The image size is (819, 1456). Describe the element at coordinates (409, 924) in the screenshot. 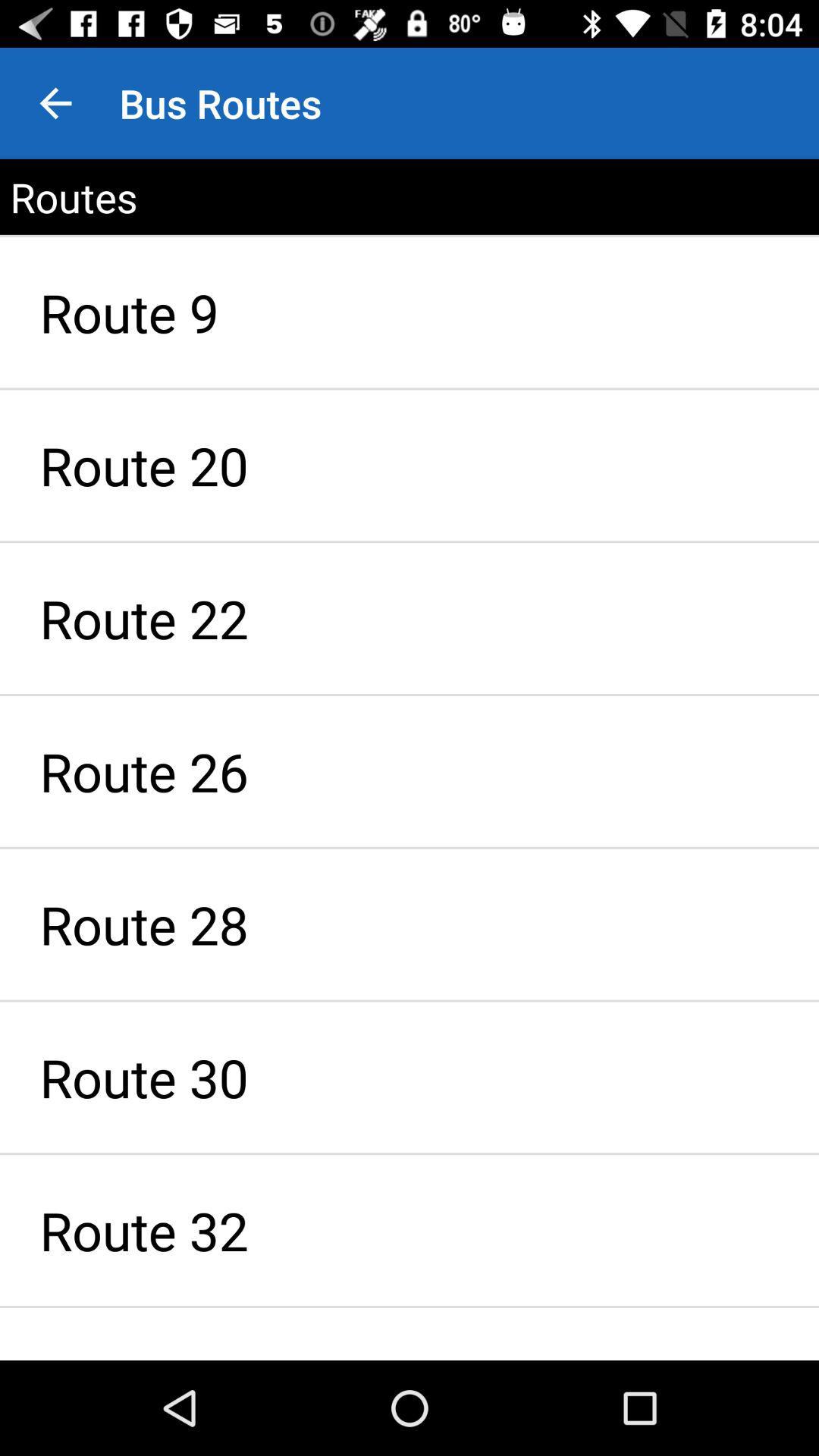

I see `the icon above the route 30` at that location.